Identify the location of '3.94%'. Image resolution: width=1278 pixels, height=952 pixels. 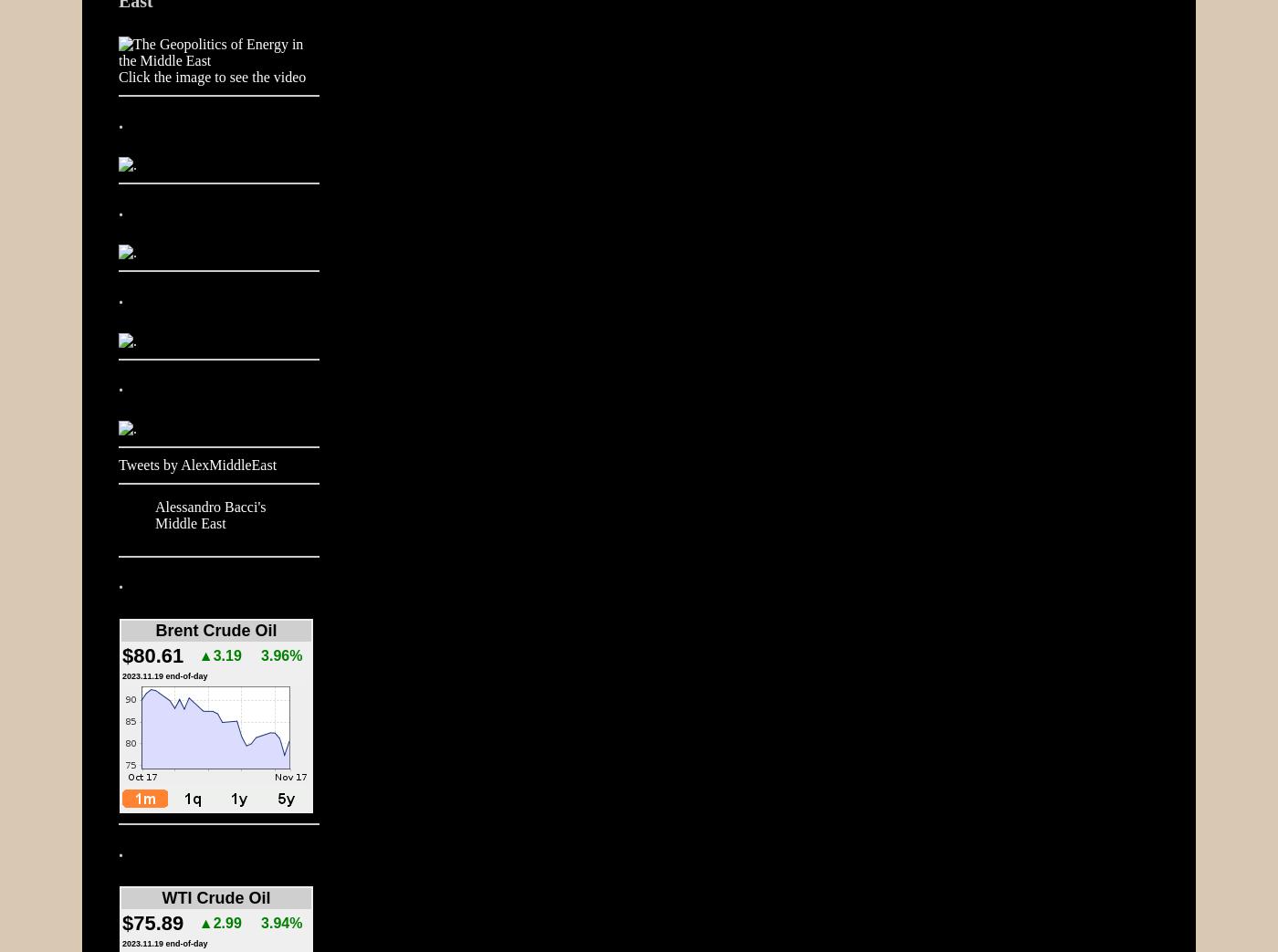
(281, 923).